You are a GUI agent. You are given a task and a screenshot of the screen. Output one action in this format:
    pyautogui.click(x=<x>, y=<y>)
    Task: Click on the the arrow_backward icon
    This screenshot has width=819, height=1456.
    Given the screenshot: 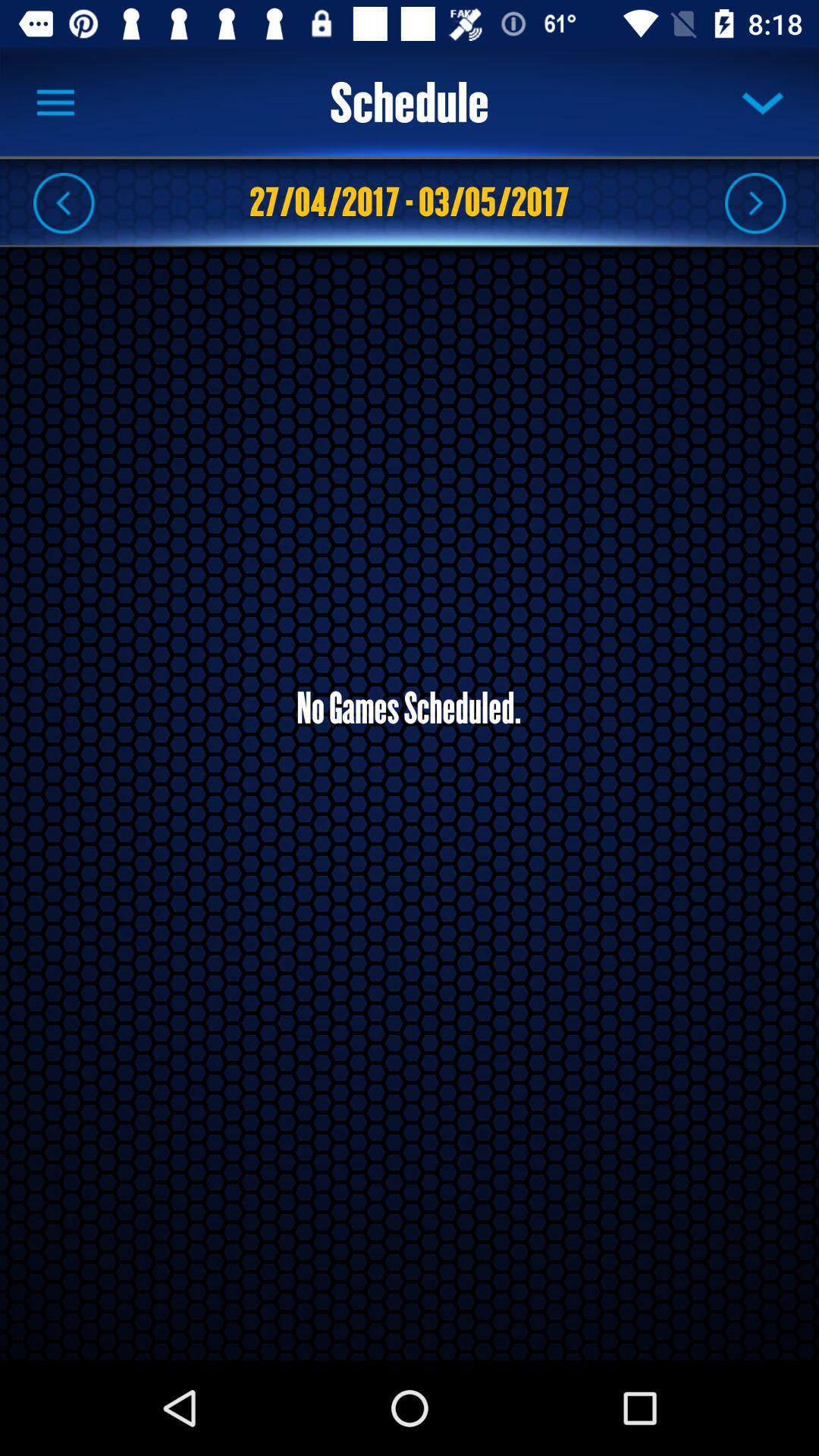 What is the action you would take?
    pyautogui.click(x=63, y=202)
    